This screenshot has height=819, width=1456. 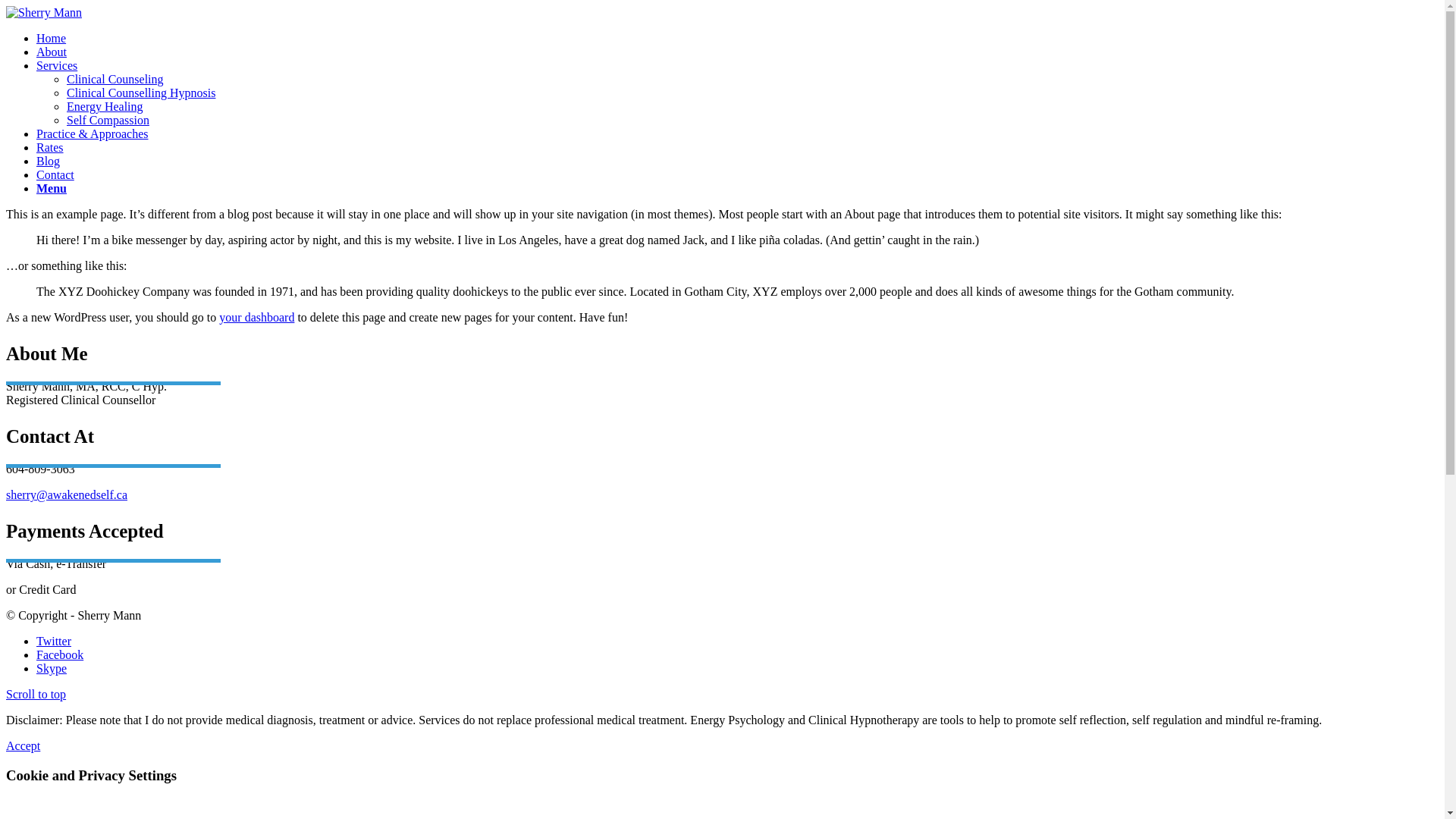 I want to click on 'sherry@awakenedself.ca', so click(x=65, y=494).